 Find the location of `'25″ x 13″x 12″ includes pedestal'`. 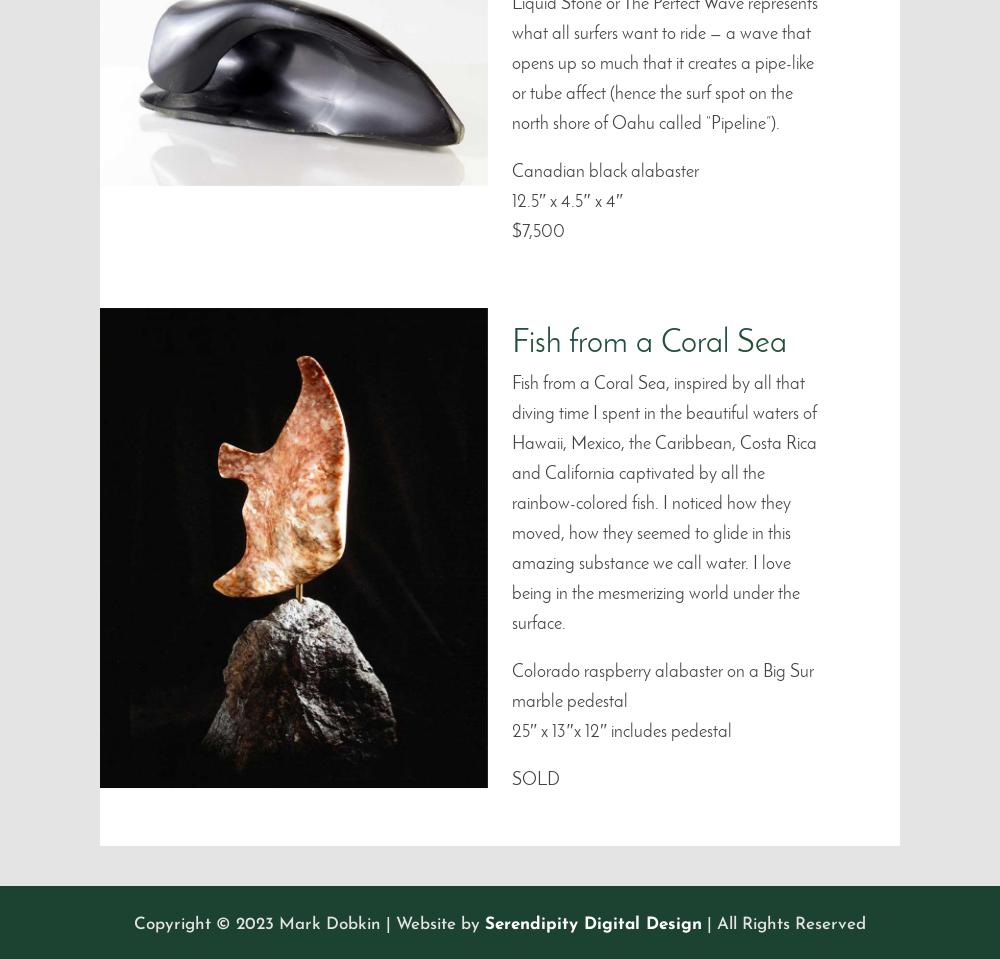

'25″ x 13″x 12″ includes pedestal' is located at coordinates (621, 730).